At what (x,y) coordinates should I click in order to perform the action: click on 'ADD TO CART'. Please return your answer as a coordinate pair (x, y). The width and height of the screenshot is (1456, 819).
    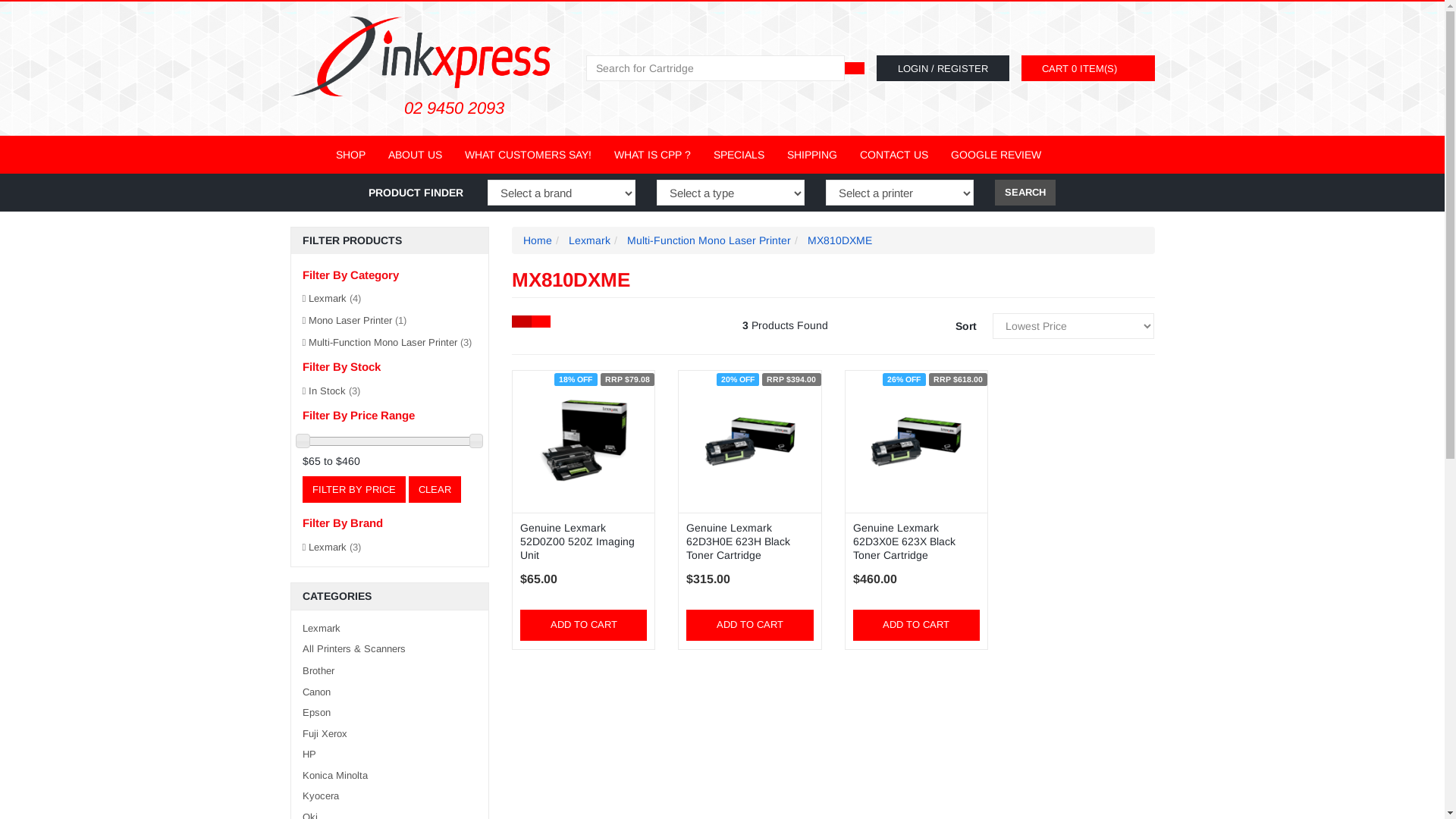
    Looking at the image, I should click on (582, 625).